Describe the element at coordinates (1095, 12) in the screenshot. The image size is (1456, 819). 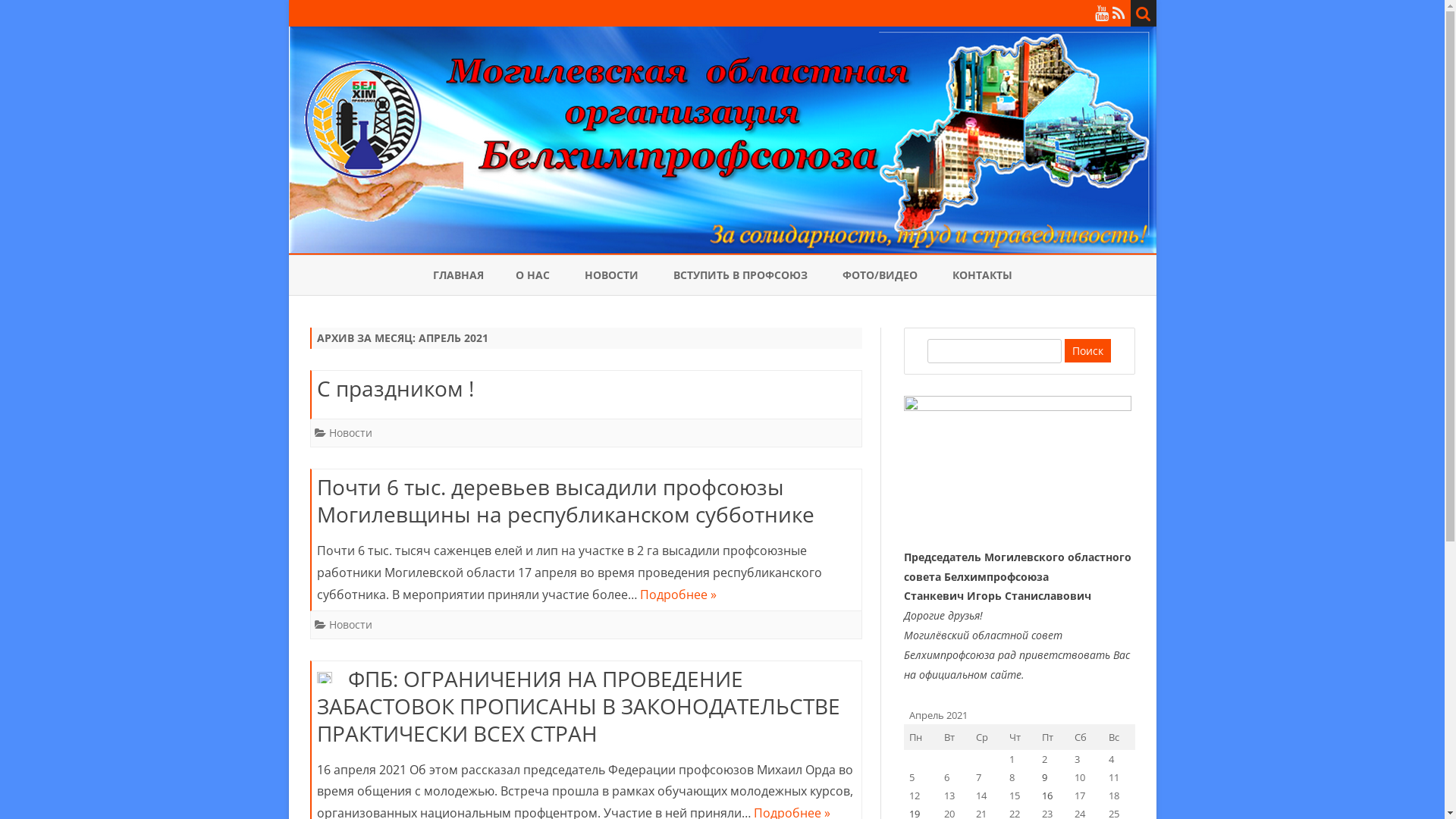
I see `'YouTube'` at that location.